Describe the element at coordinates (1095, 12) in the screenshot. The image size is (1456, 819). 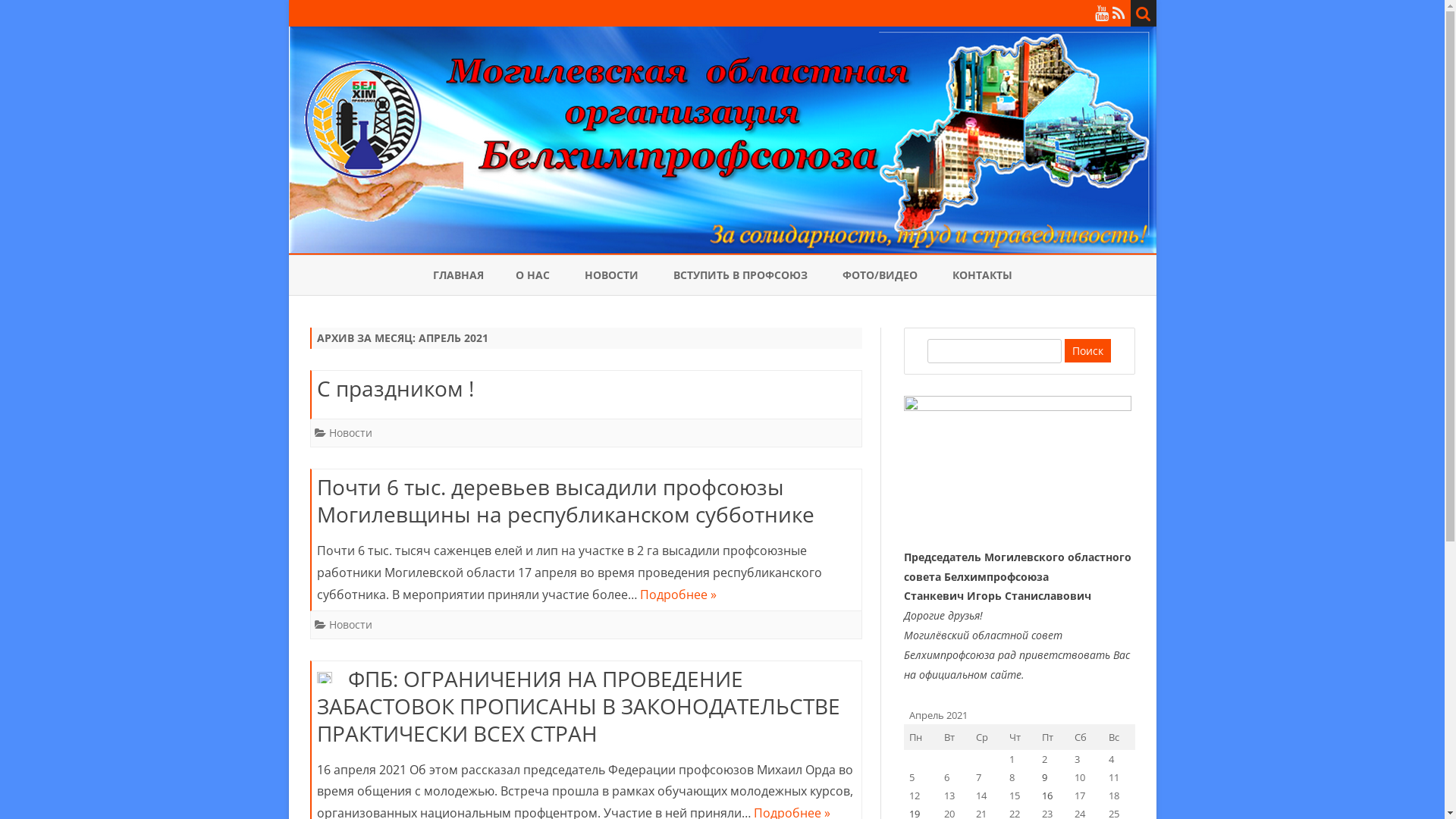
I see `'YouTube'` at that location.